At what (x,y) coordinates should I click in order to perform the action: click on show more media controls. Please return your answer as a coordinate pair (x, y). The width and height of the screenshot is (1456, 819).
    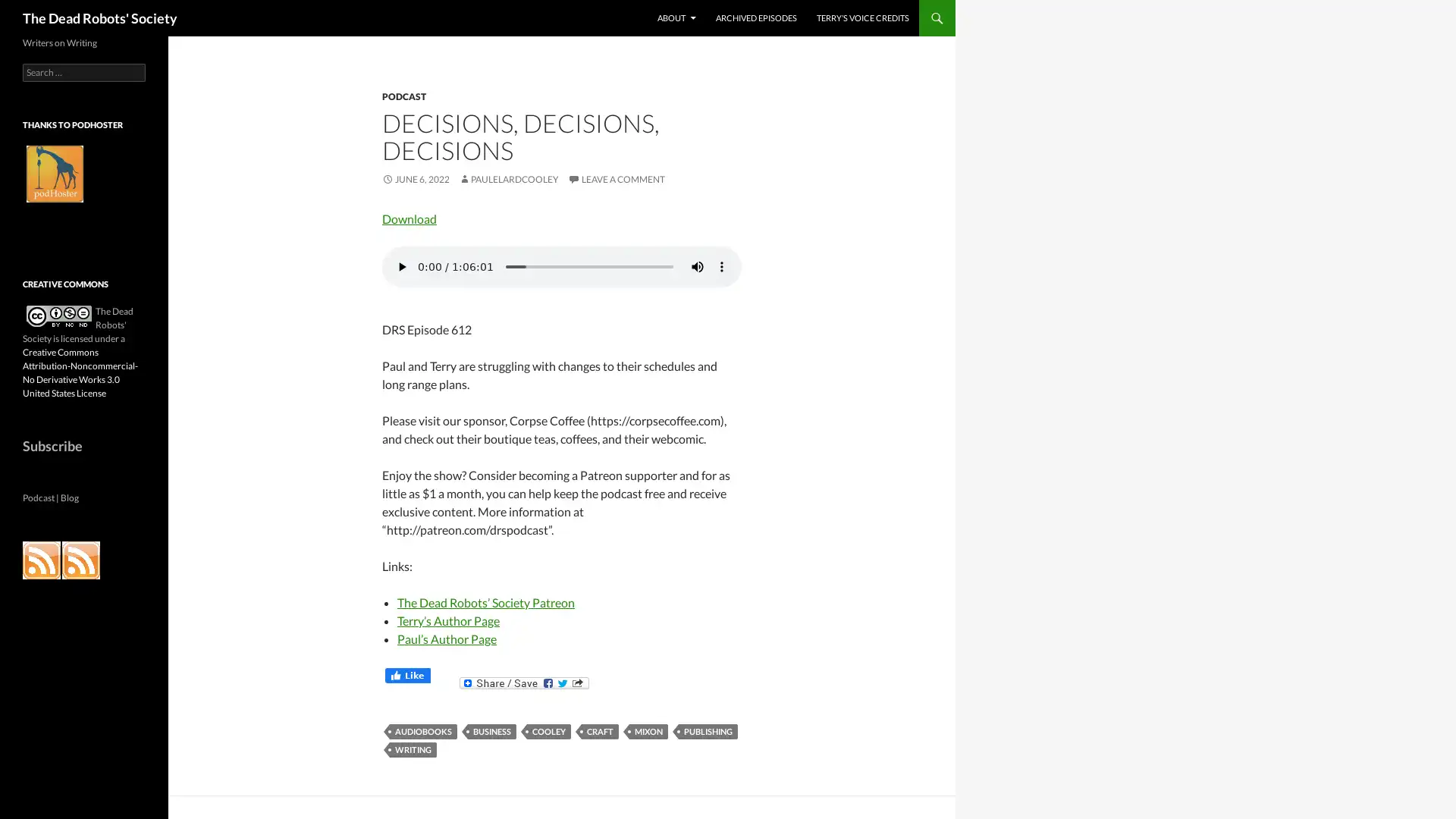
    Looking at the image, I should click on (720, 265).